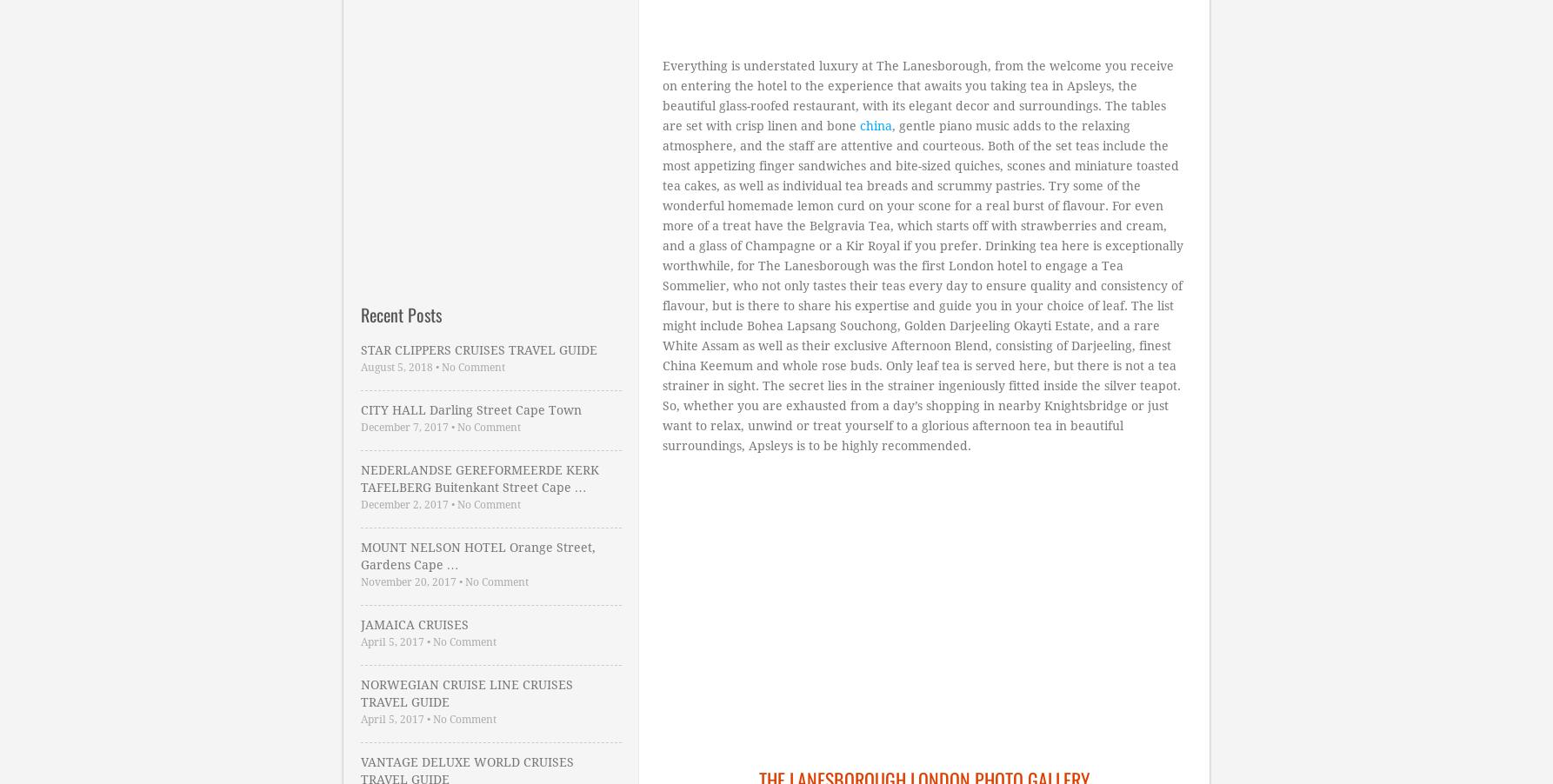 The image size is (1553, 784). I want to click on 'STAR CLIPPERS CRUISES TRAVEL GUIDE', so click(477, 350).